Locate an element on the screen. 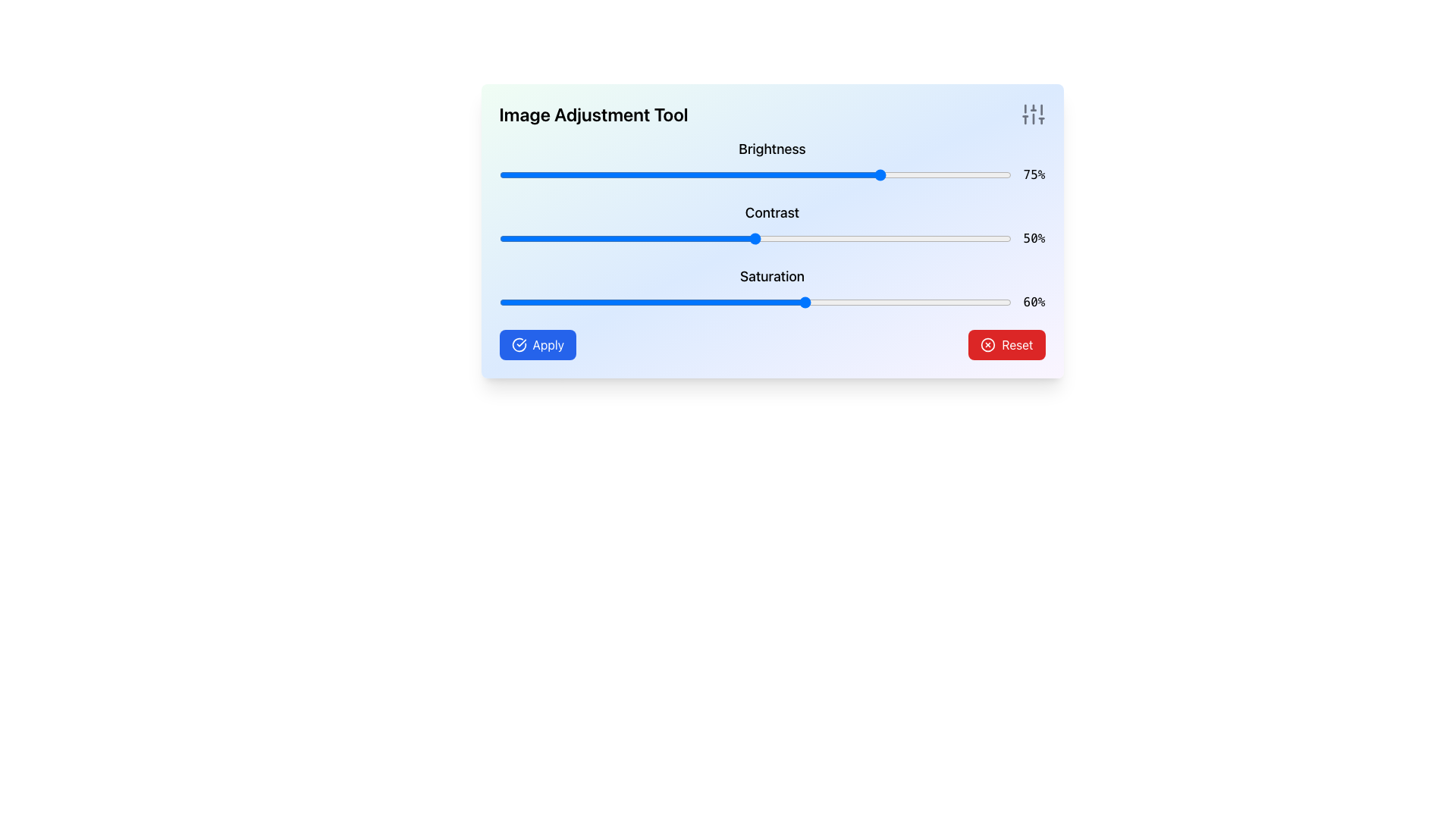 The image size is (1456, 819). the 'Brightness' slider is located at coordinates (772, 161).